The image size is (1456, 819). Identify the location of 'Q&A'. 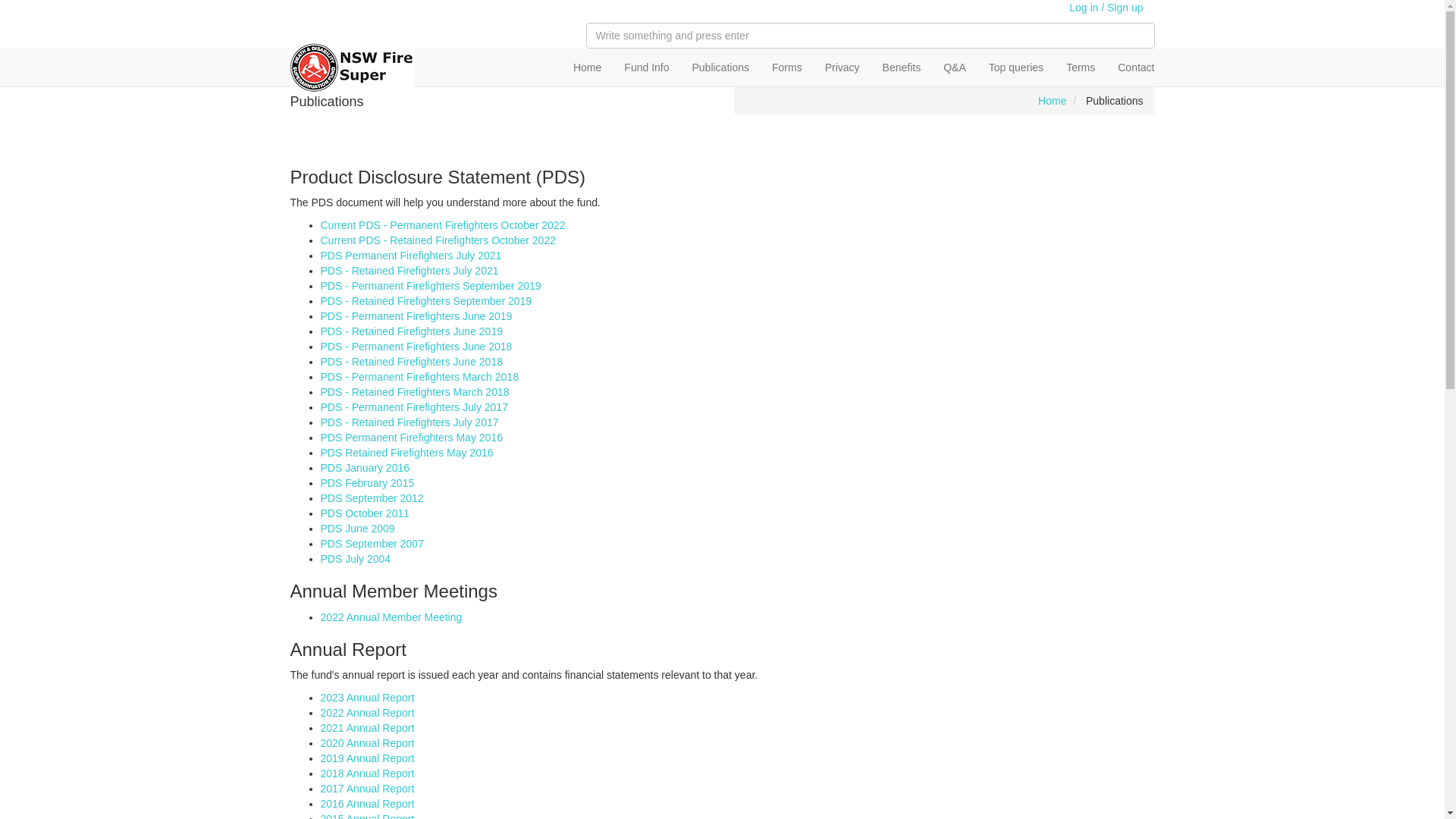
(953, 66).